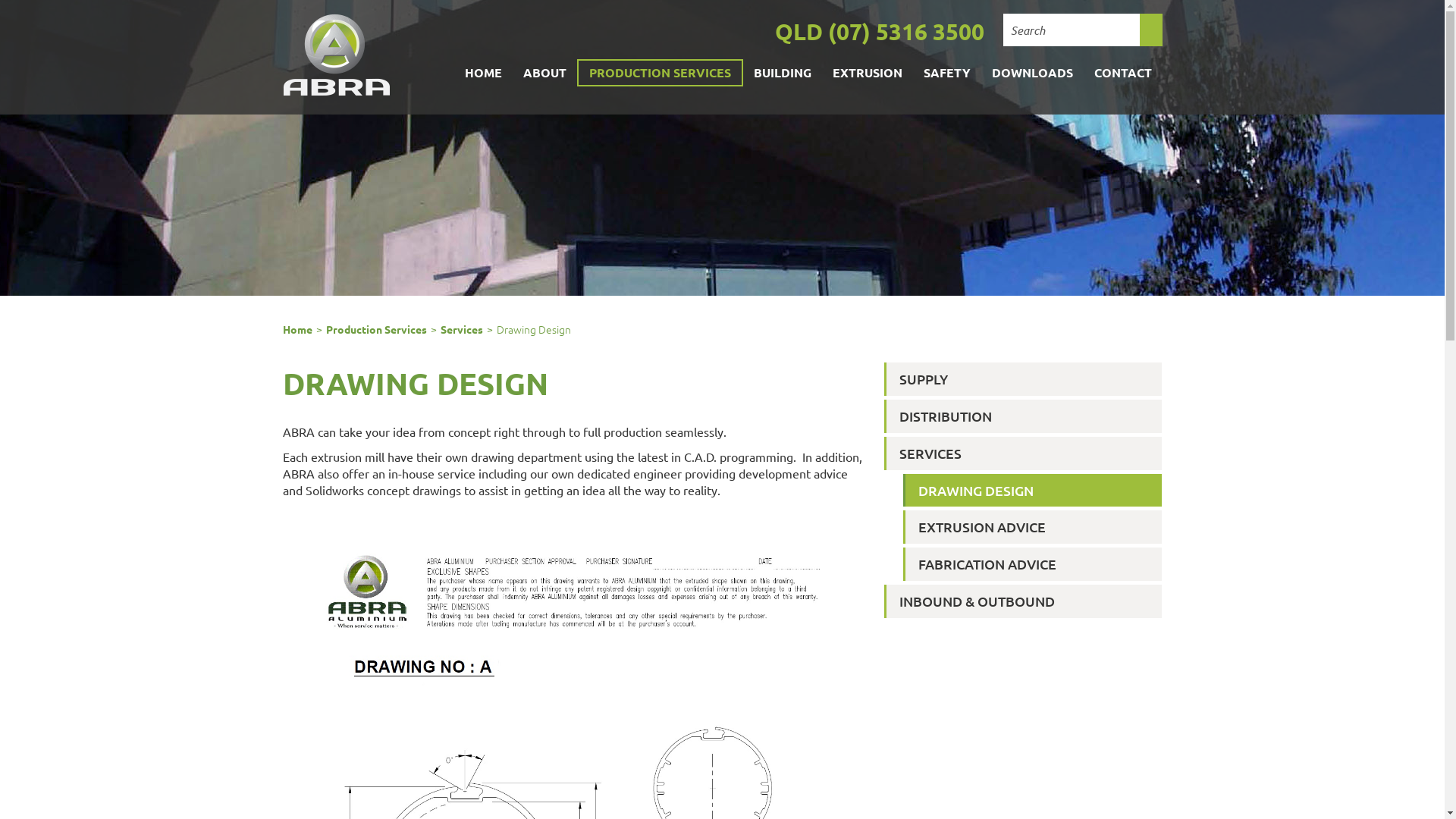 This screenshot has width=1456, height=819. I want to click on 'INBOUND & OUTBOUND', so click(1023, 601).